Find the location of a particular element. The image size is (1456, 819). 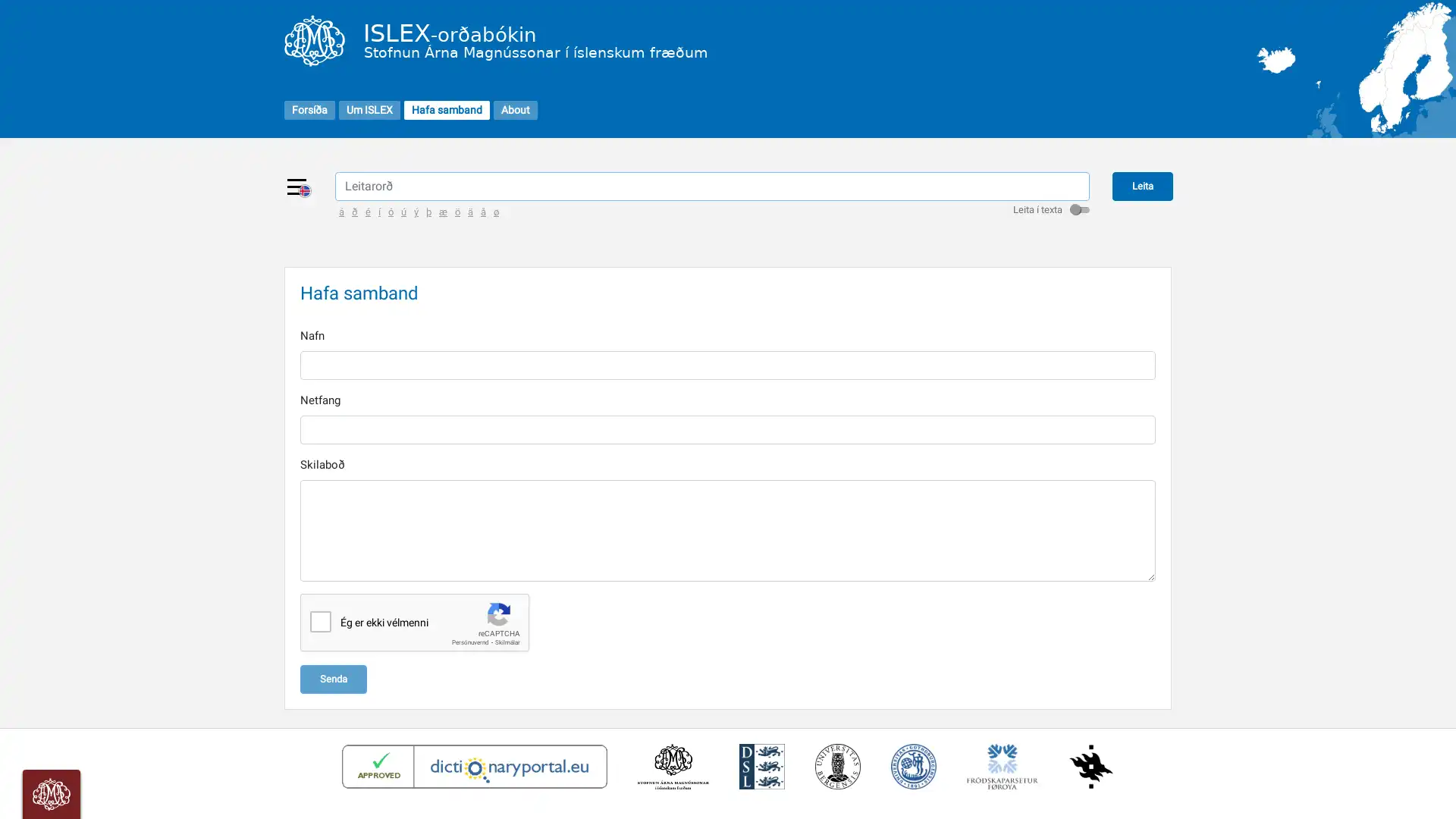

Senda is located at coordinates (333, 677).